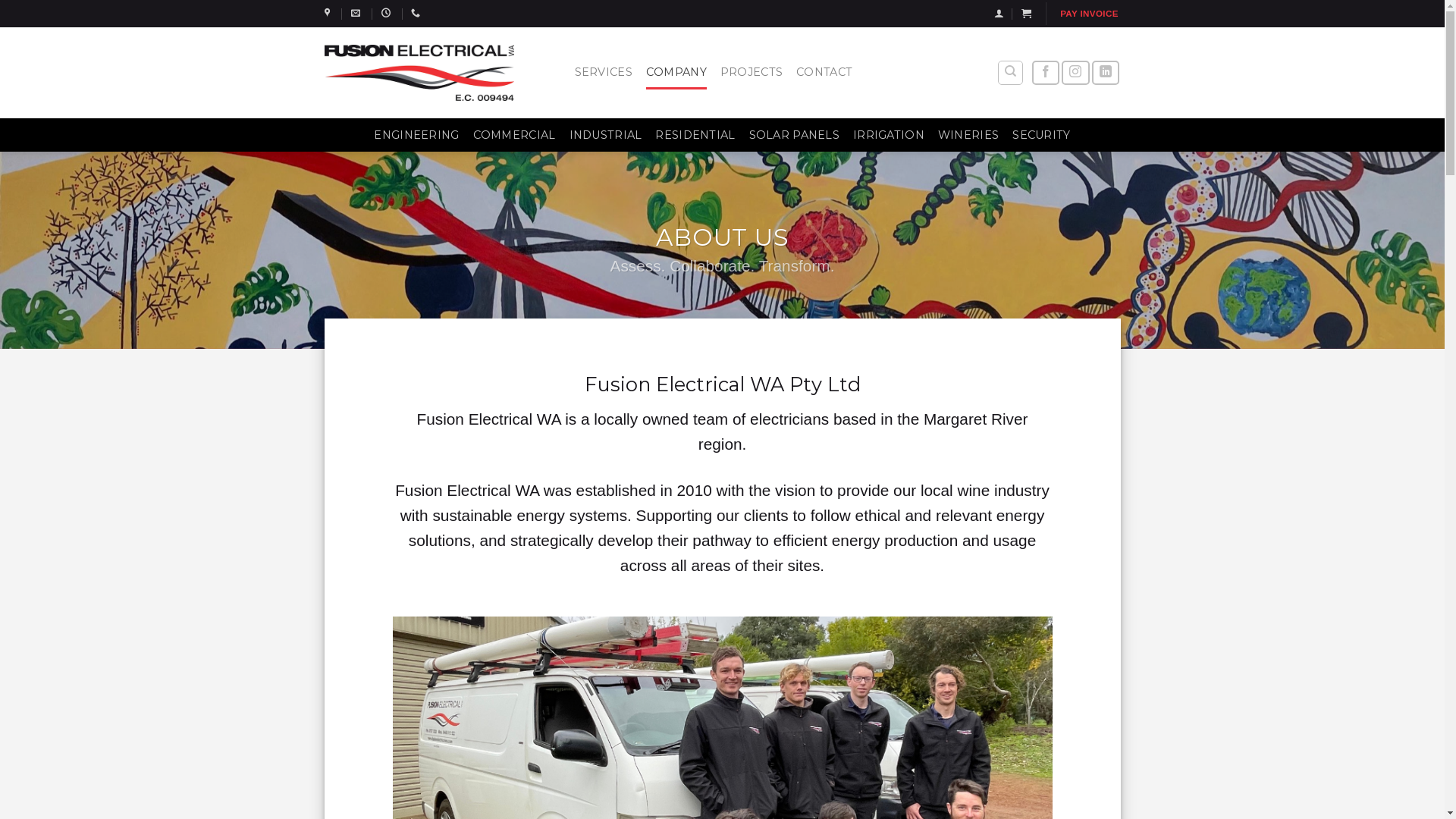  I want to click on 'IRRIGATION', so click(852, 133).